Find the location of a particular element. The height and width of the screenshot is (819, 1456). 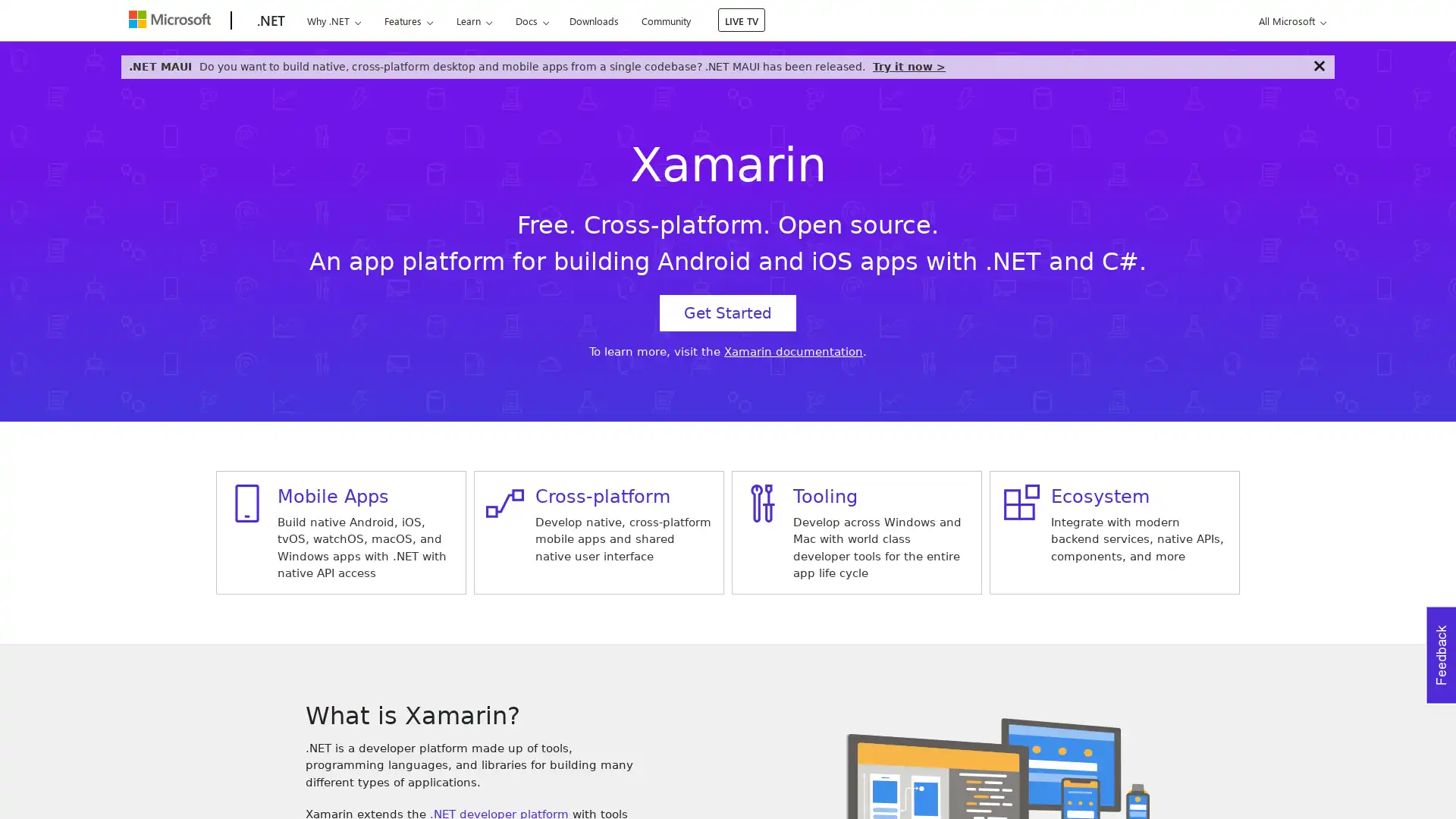

Why .NET is located at coordinates (333, 20).